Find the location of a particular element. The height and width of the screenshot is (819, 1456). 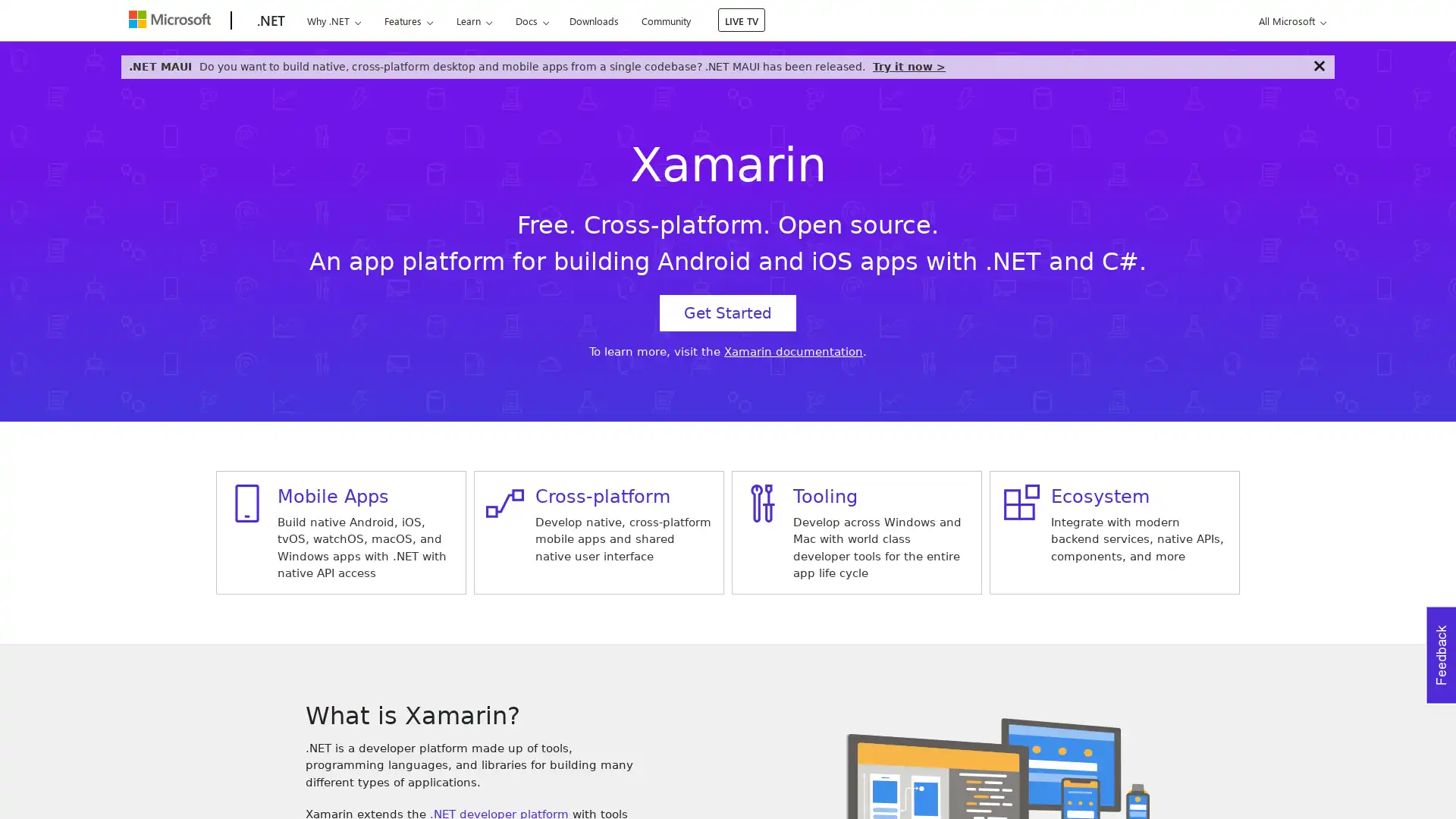

Why .NET is located at coordinates (333, 20).